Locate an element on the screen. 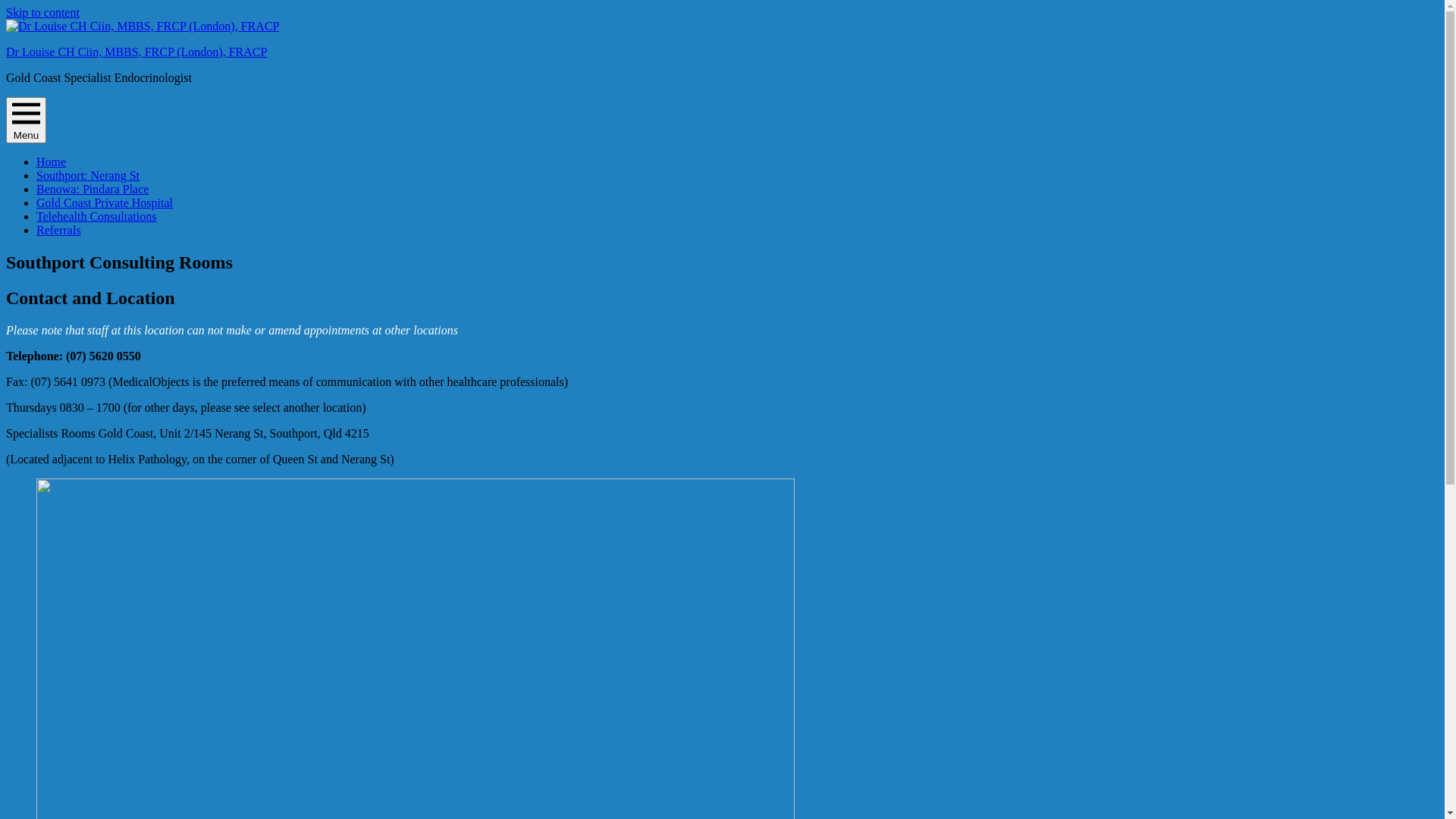 The height and width of the screenshot is (819, 1456). 'Menu' is located at coordinates (6, 119).